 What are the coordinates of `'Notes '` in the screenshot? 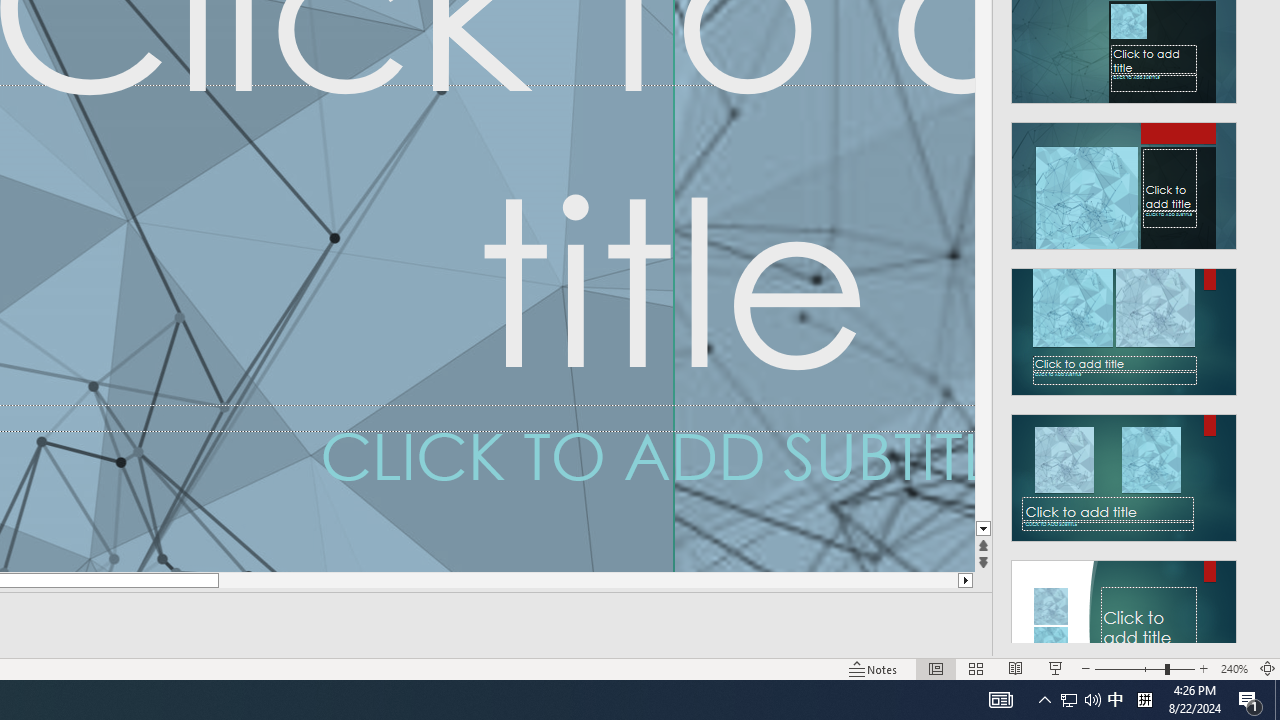 It's located at (874, 669).